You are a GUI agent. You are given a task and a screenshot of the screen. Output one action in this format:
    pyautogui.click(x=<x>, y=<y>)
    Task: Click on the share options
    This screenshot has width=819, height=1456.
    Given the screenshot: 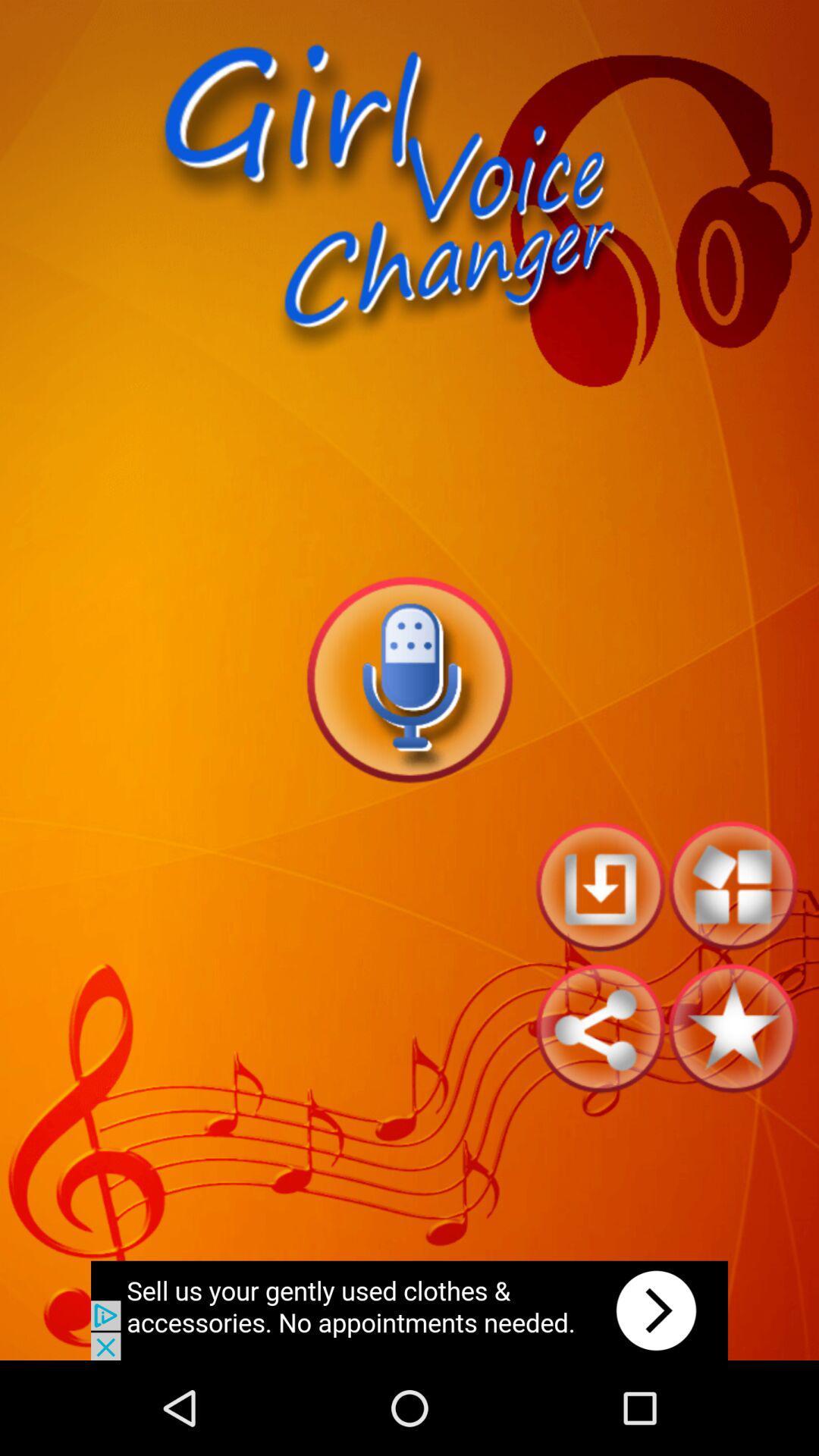 What is the action you would take?
    pyautogui.click(x=599, y=1028)
    